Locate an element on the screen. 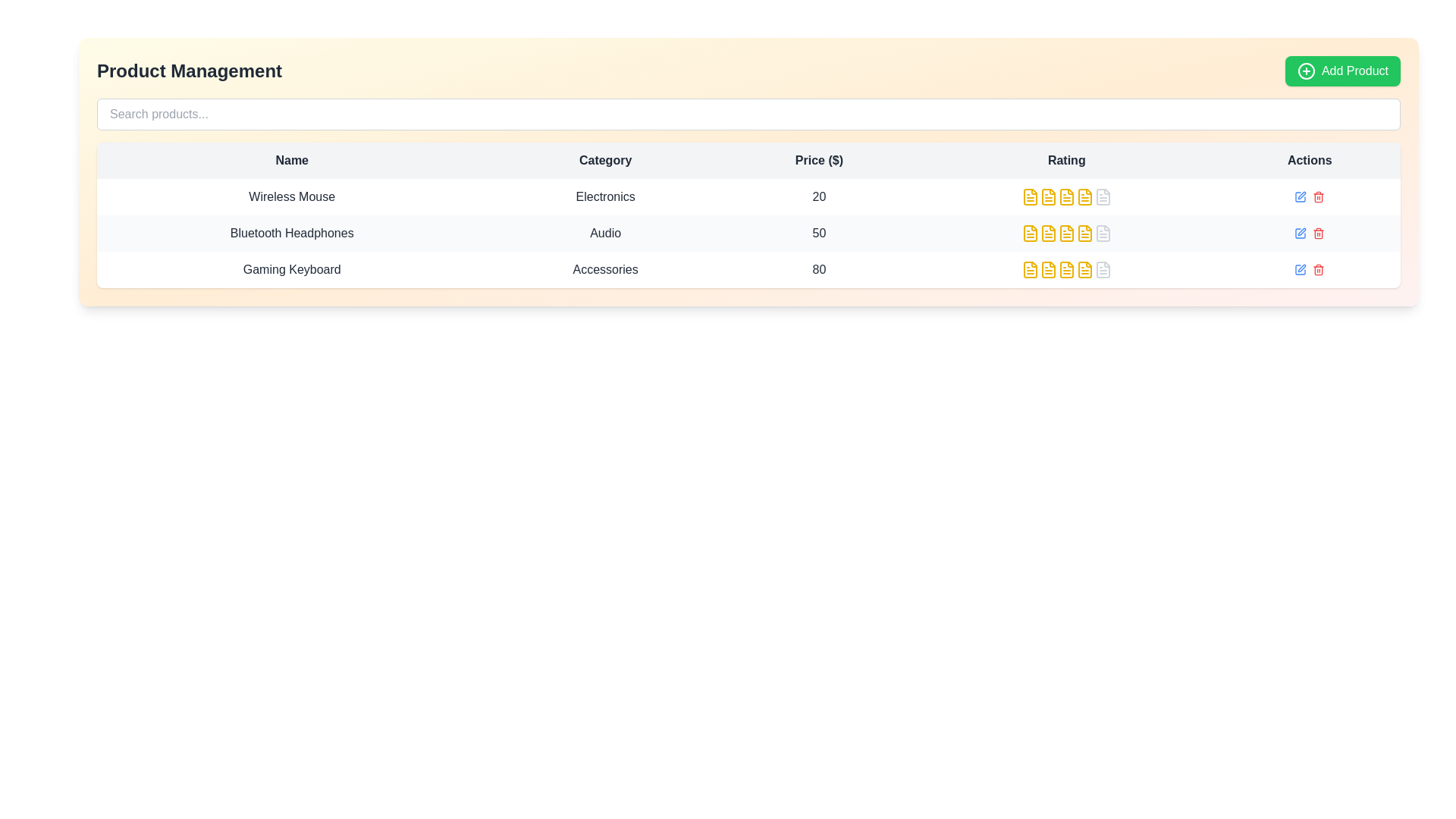 This screenshot has height=819, width=1456. the Text label that displays the category of the associated item in the table under the 'Category' column for the 'Gaming Keyboard' is located at coordinates (604, 268).